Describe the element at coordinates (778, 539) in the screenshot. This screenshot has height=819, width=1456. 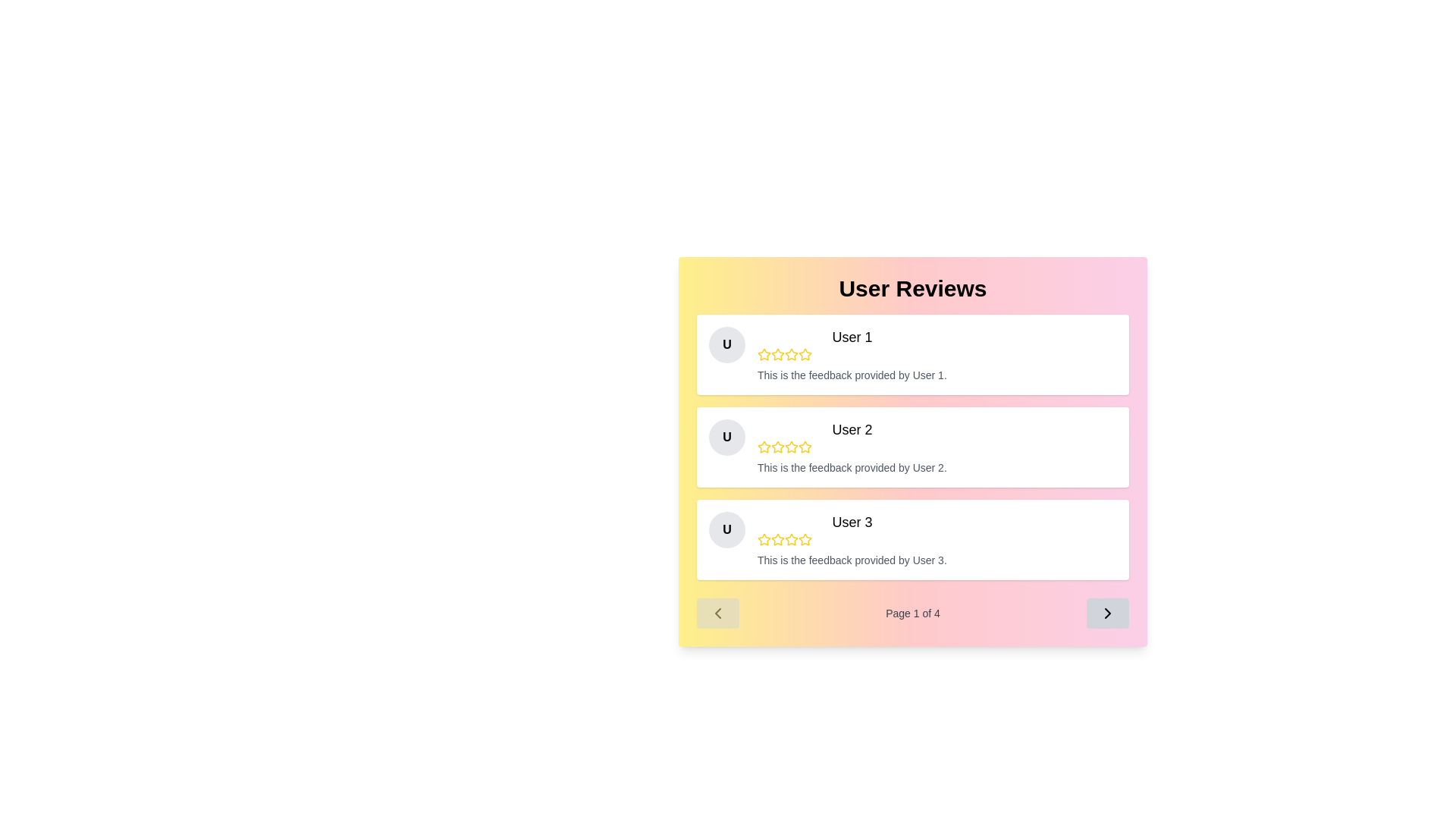
I see `the third star-shaped icon with a yellow border in the user review section for 'User 3', which indicates a rating system` at that location.